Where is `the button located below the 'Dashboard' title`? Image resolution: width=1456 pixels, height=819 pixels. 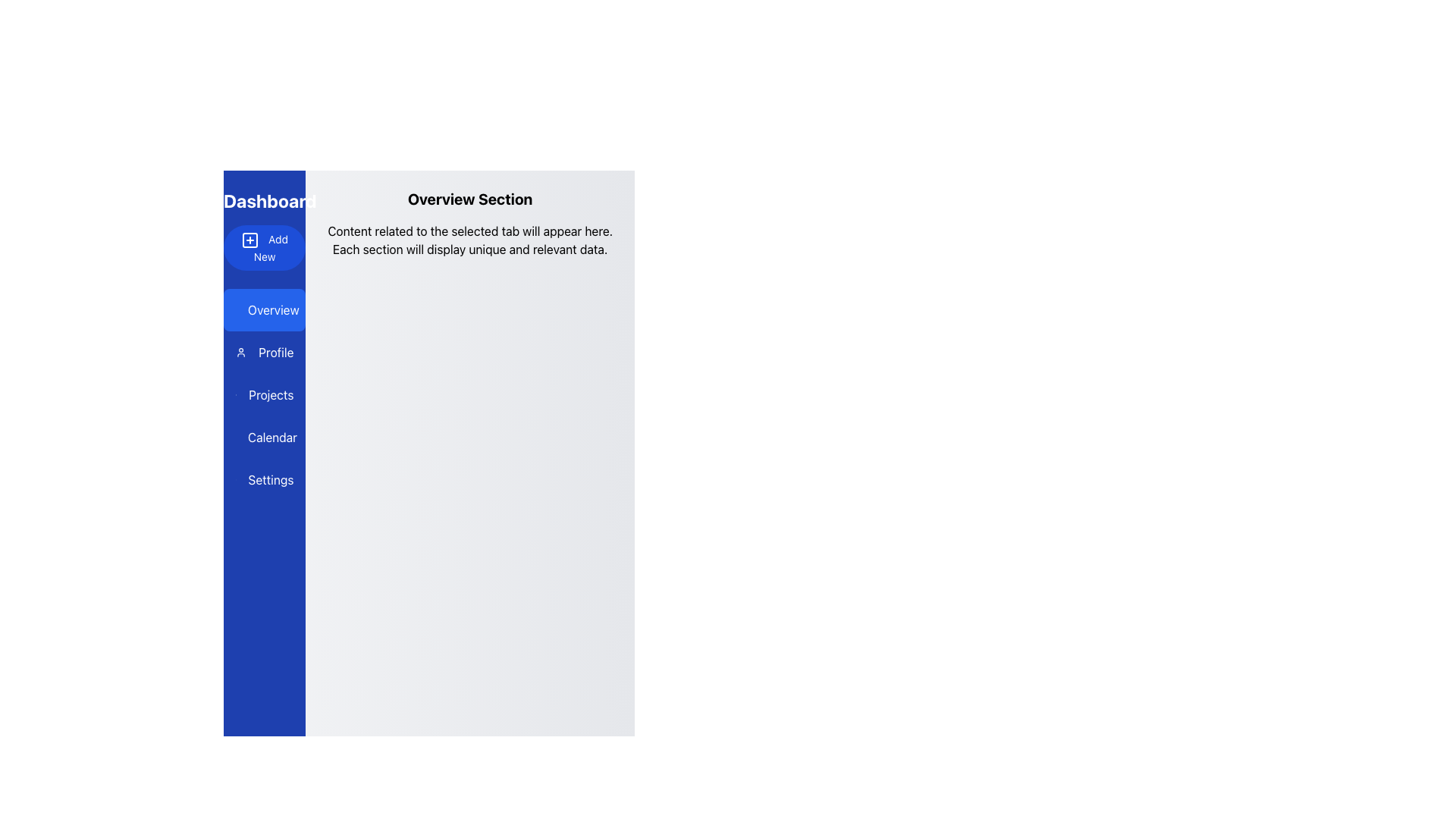
the button located below the 'Dashboard' title is located at coordinates (265, 247).